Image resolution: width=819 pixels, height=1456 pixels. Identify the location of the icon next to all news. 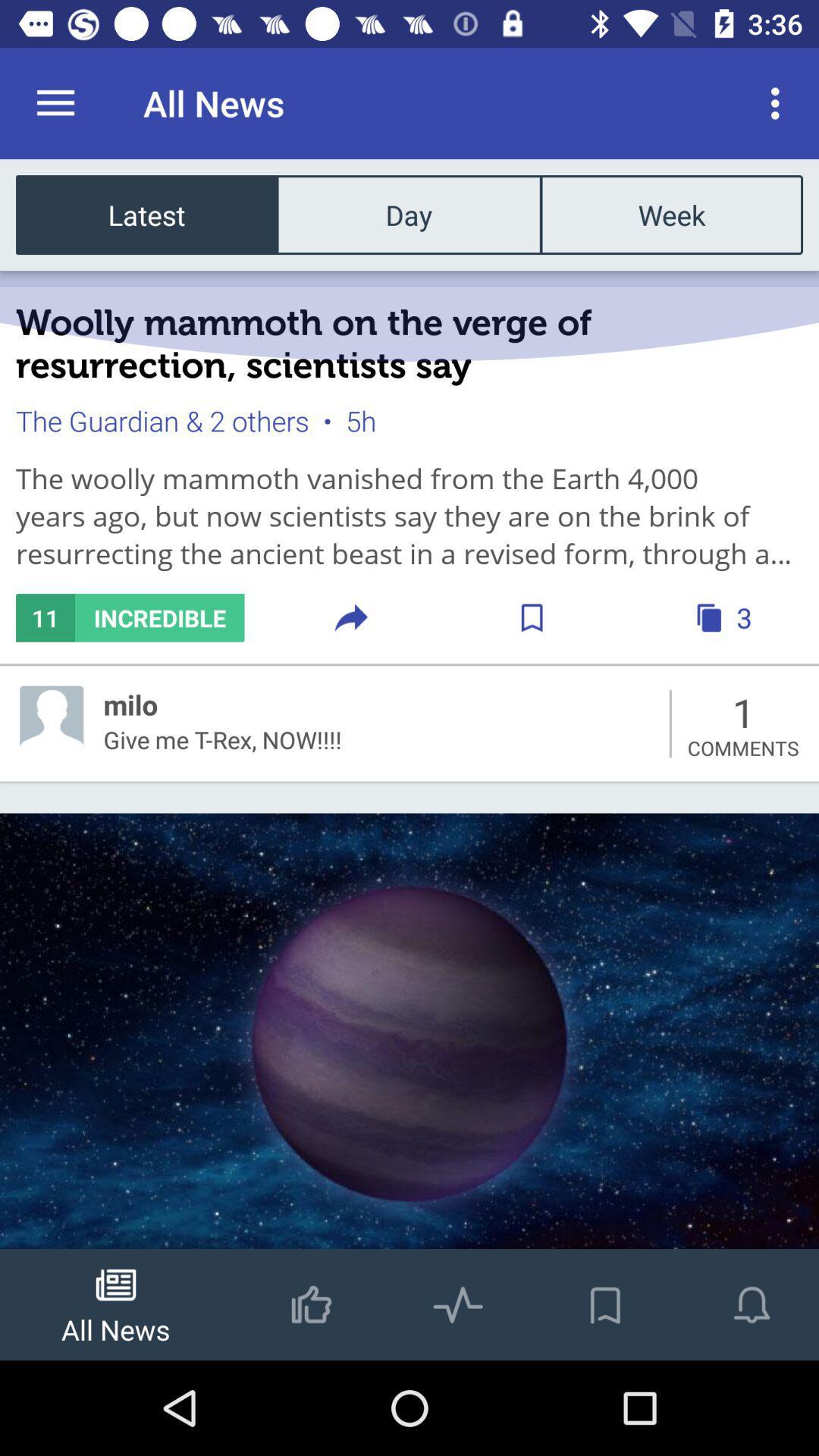
(779, 102).